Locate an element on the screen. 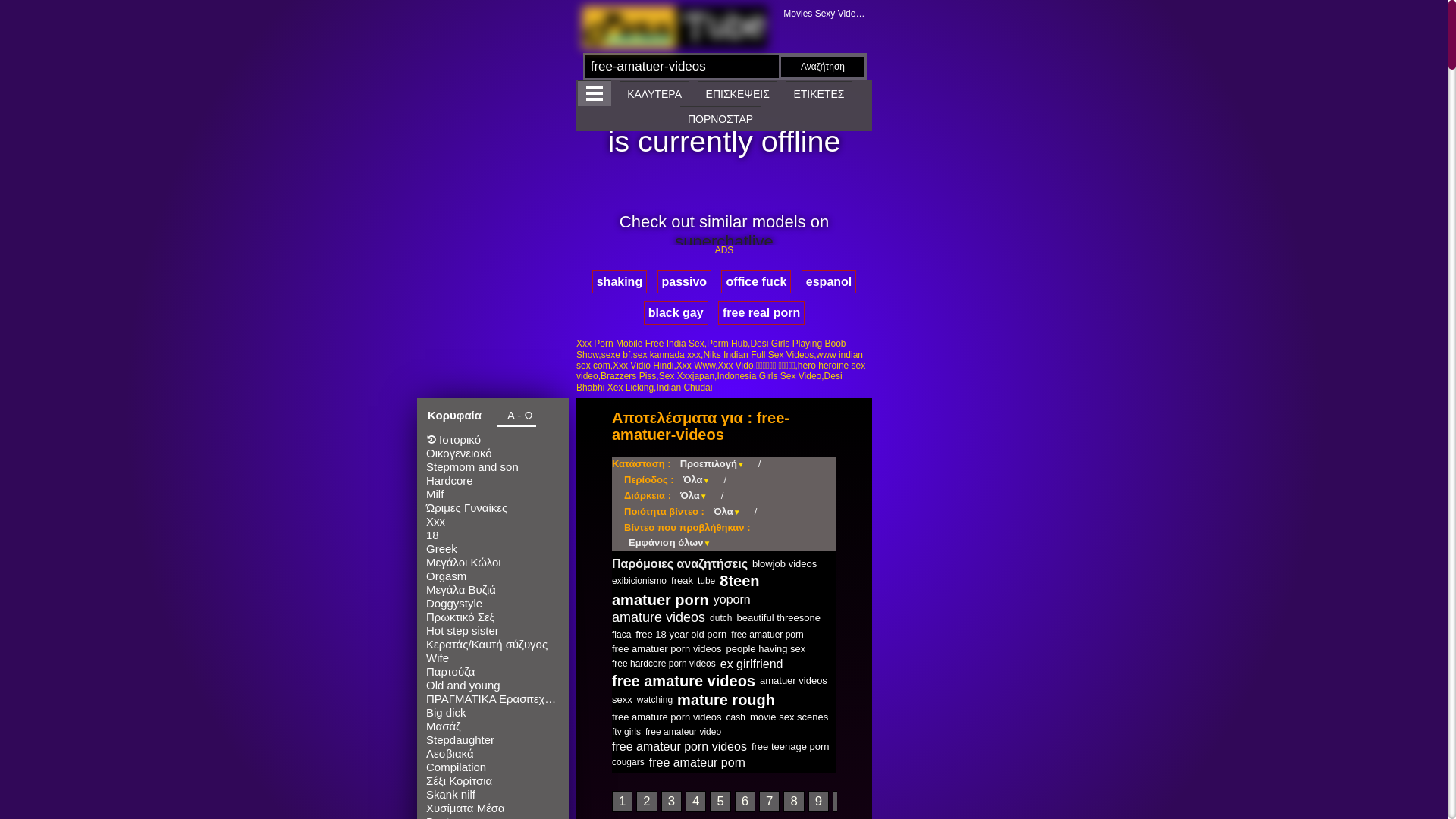  'ftv girls' is located at coordinates (626, 730).